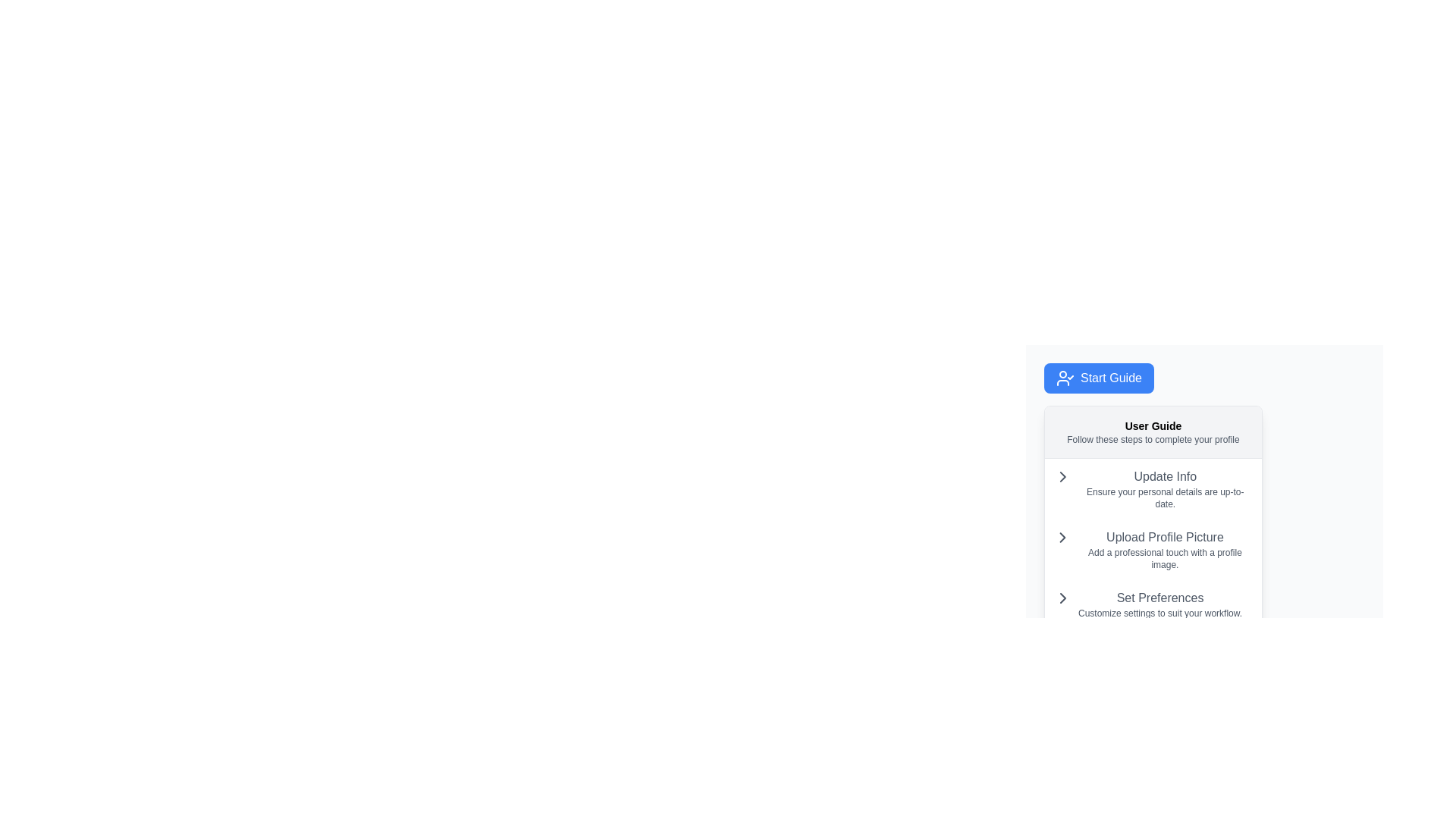 This screenshot has width=1456, height=819. What do you see at coordinates (1062, 537) in the screenshot?
I see `the right-pointing chevron icon with a thin, dark outline that is located to the left of the 'Upload Profile Picture' entry in the vertical navigation menu` at bounding box center [1062, 537].